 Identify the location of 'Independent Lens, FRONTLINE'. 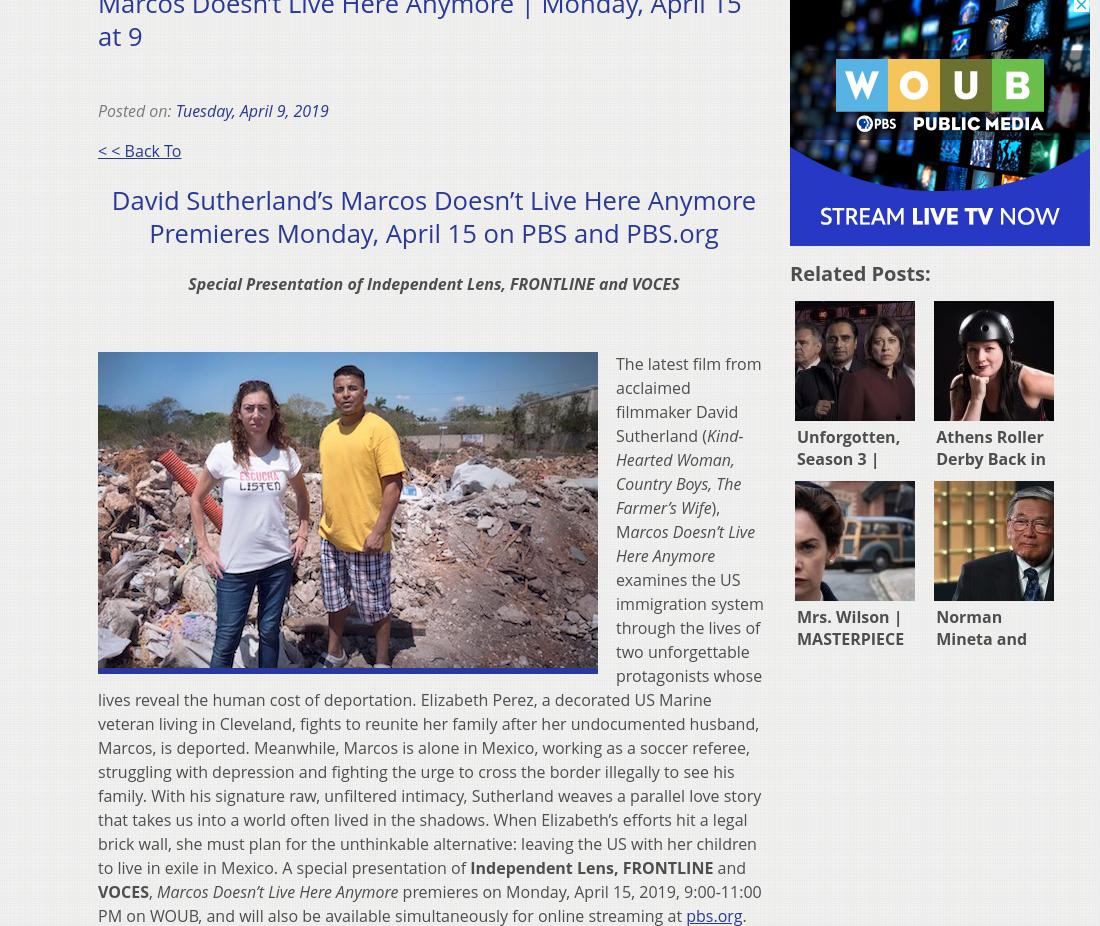
(590, 867).